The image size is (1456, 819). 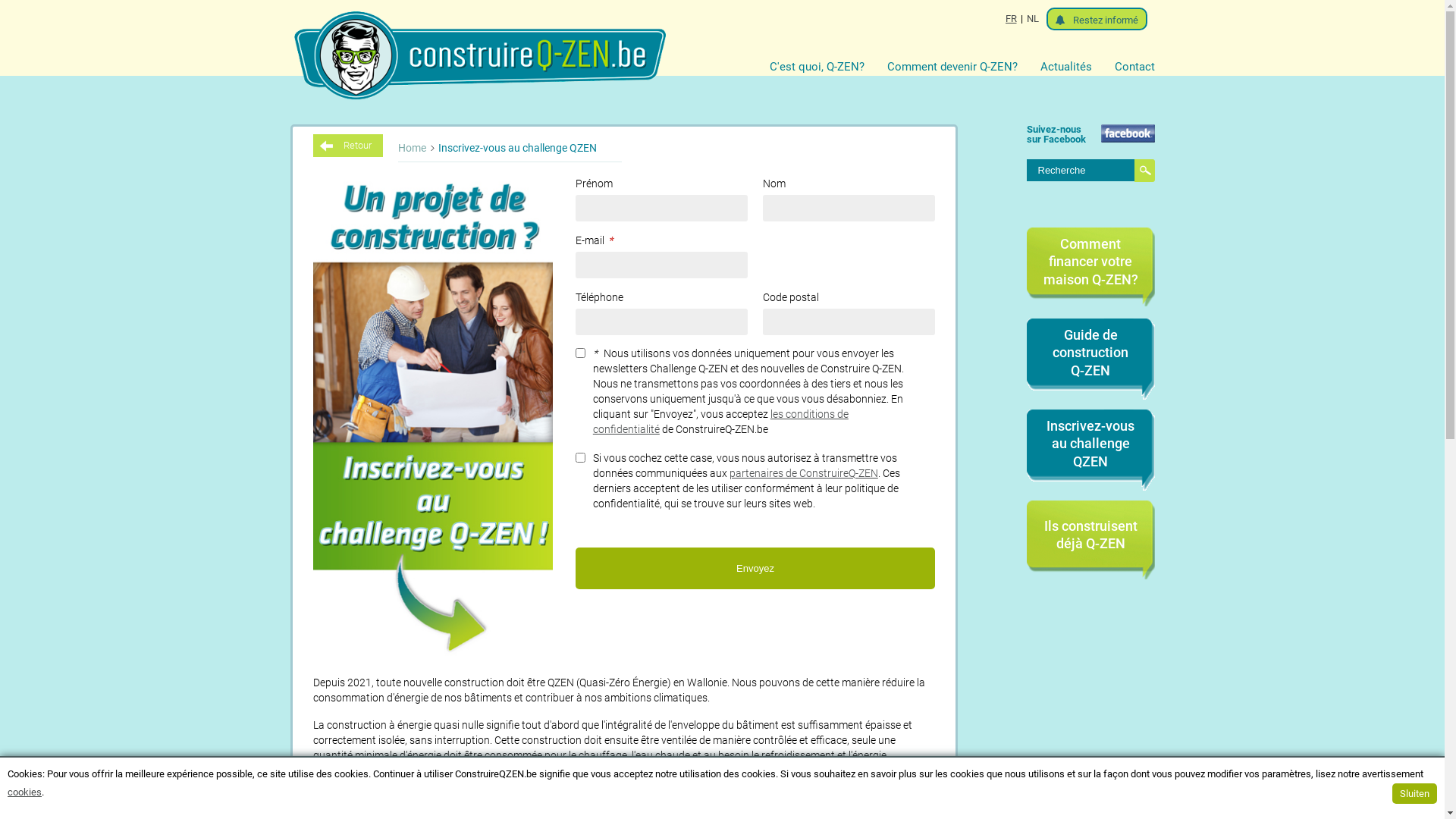 What do you see at coordinates (346, 146) in the screenshot?
I see `'Retour'` at bounding box center [346, 146].